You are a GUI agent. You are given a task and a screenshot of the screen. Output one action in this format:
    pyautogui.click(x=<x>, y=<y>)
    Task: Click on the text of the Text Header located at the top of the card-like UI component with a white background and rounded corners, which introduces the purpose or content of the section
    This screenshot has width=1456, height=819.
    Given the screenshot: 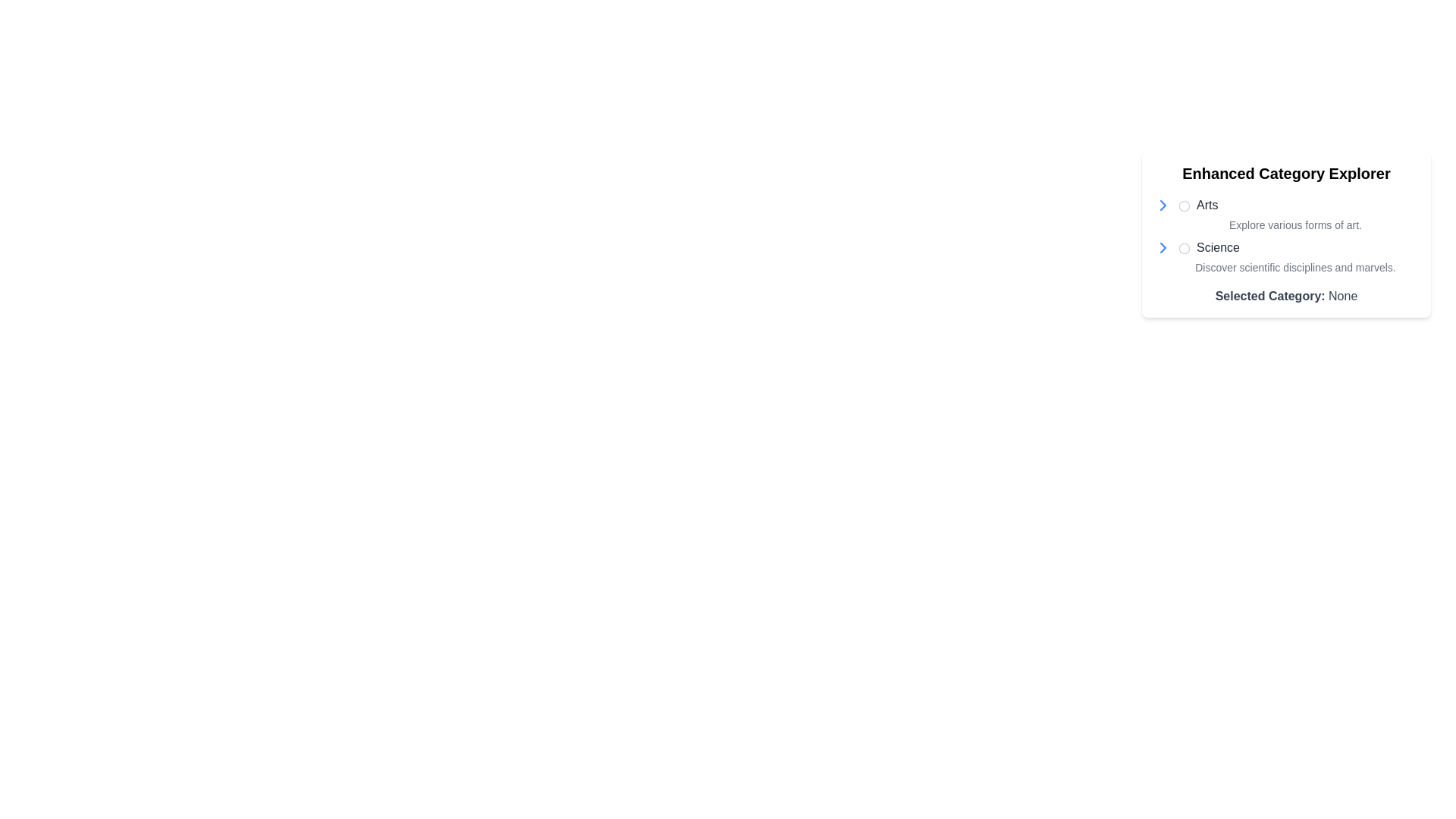 What is the action you would take?
    pyautogui.click(x=1285, y=172)
    